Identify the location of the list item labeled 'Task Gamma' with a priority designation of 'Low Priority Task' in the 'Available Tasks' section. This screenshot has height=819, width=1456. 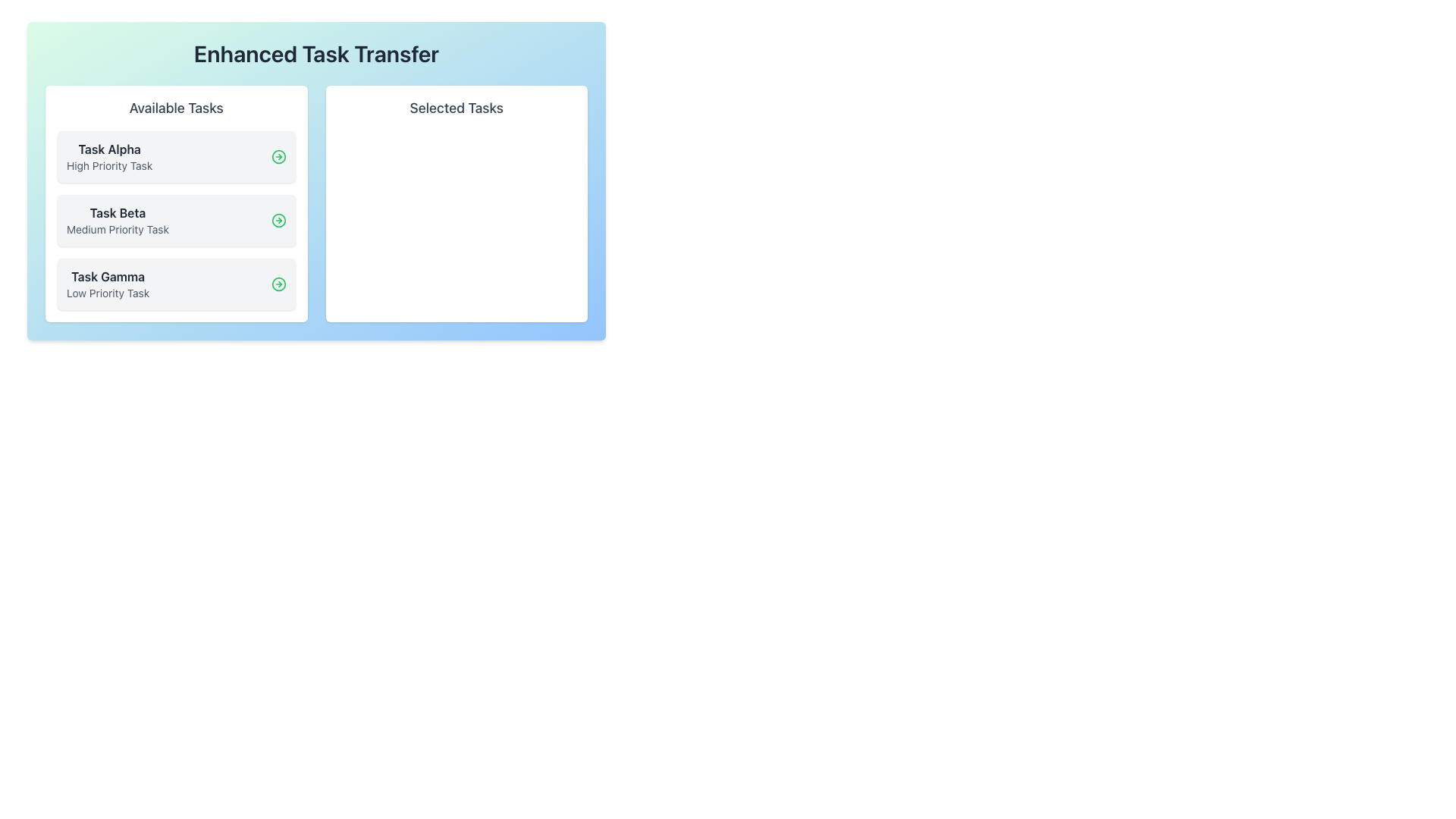
(107, 284).